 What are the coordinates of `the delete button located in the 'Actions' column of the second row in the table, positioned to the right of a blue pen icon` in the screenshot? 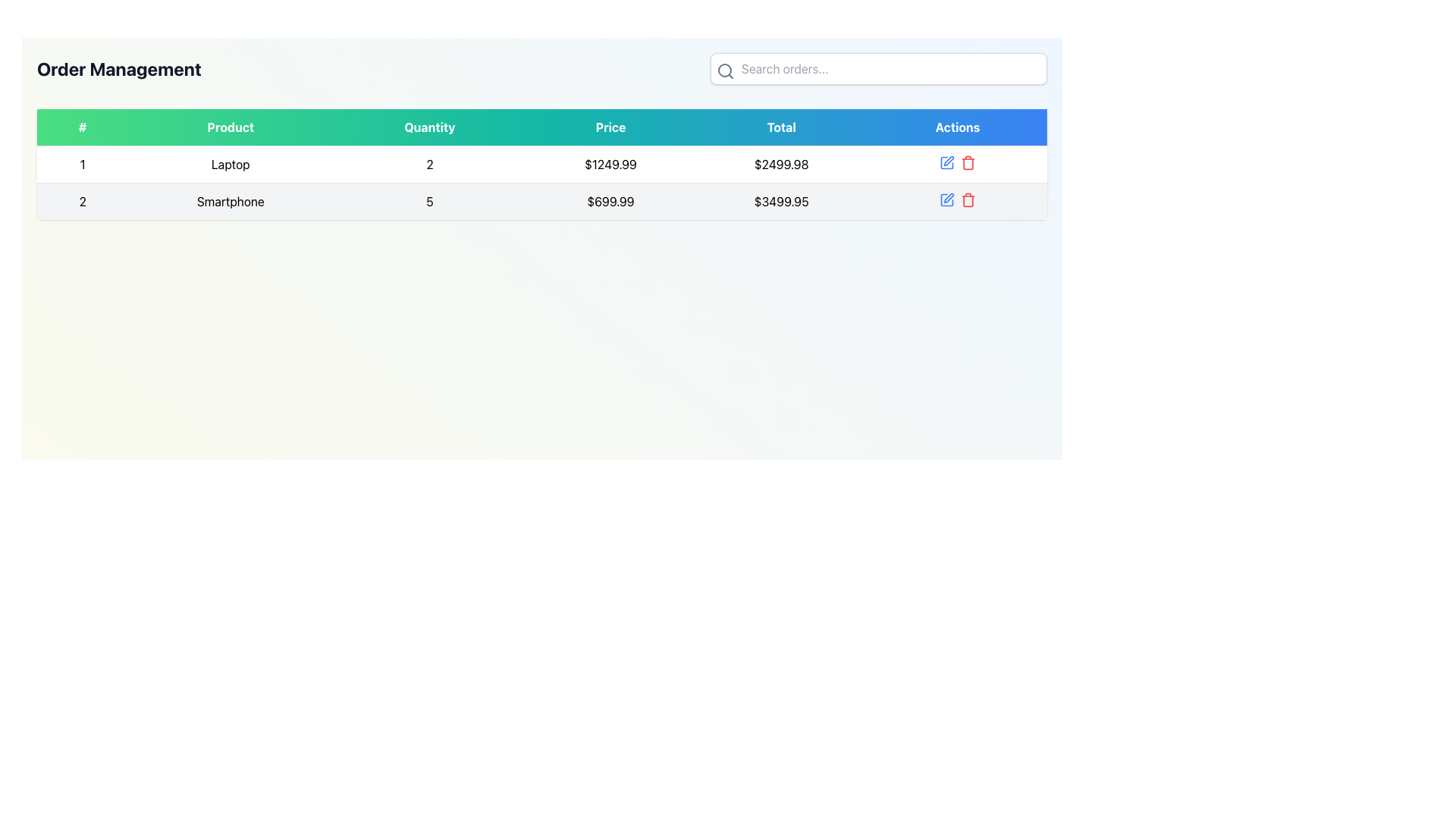 It's located at (967, 163).